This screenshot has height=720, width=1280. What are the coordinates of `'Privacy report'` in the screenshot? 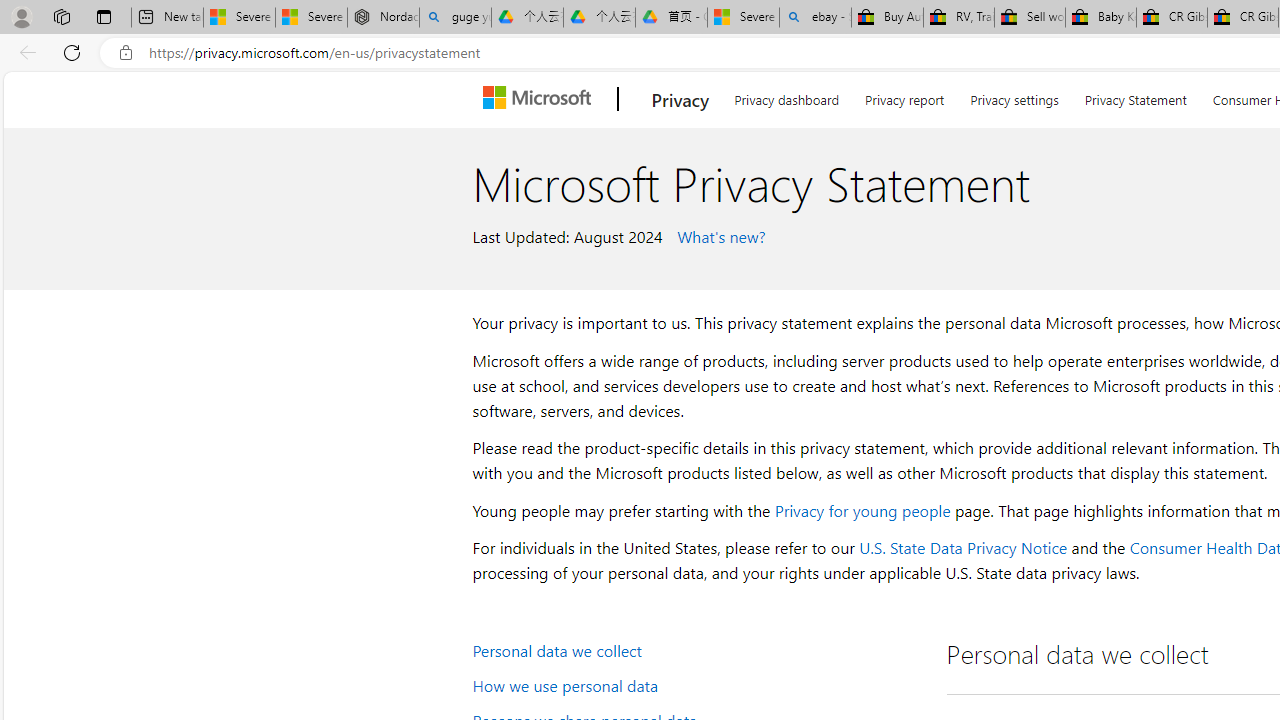 It's located at (903, 96).